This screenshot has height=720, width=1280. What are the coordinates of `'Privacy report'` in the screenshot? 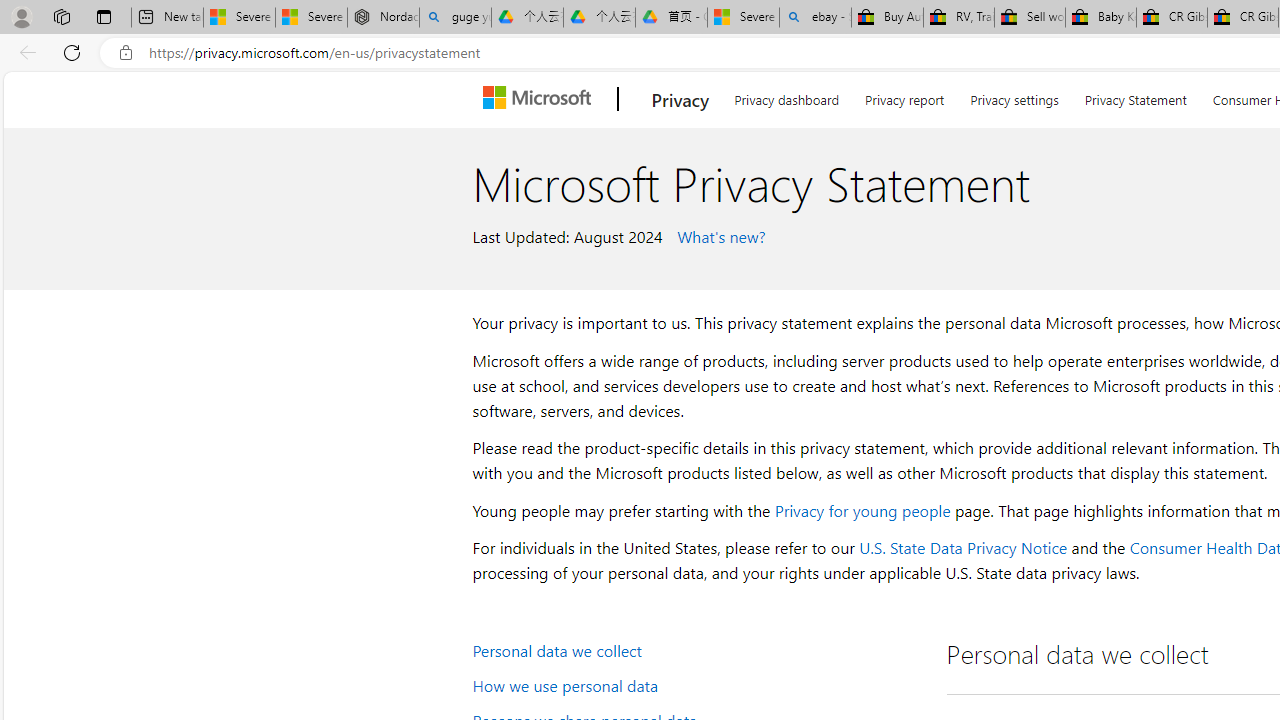 It's located at (903, 96).